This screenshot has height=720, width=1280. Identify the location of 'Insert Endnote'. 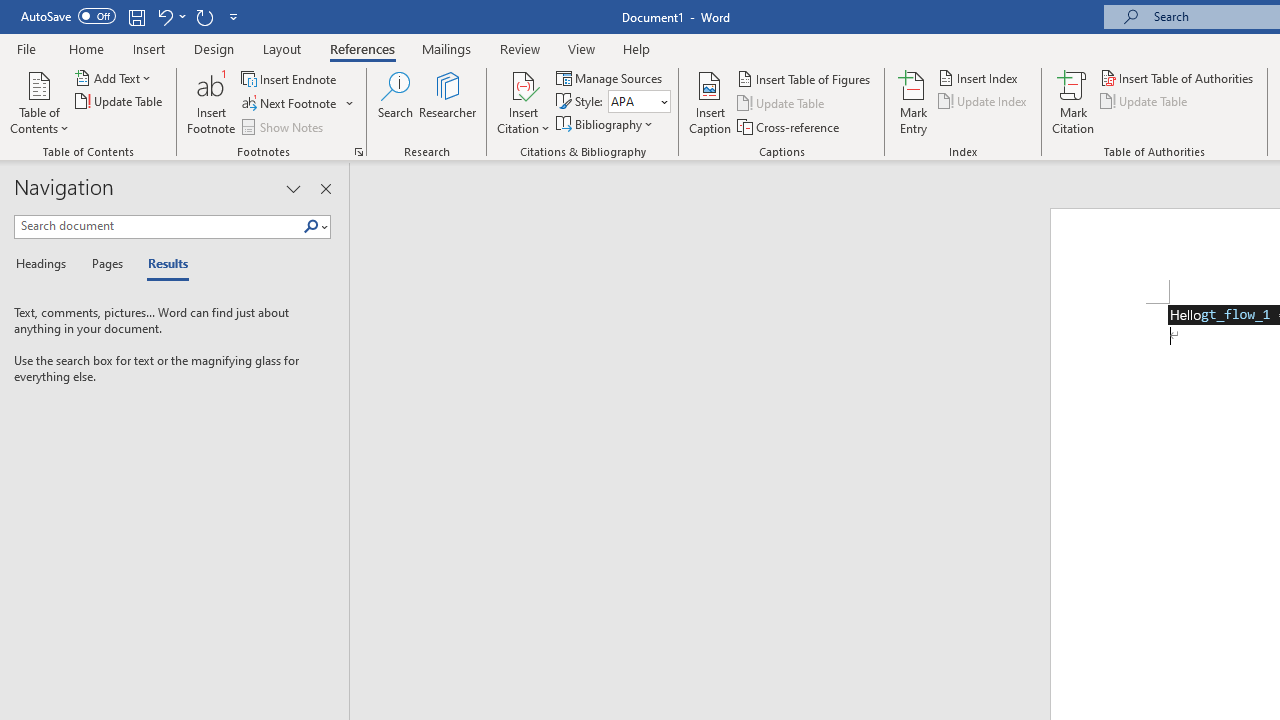
(289, 78).